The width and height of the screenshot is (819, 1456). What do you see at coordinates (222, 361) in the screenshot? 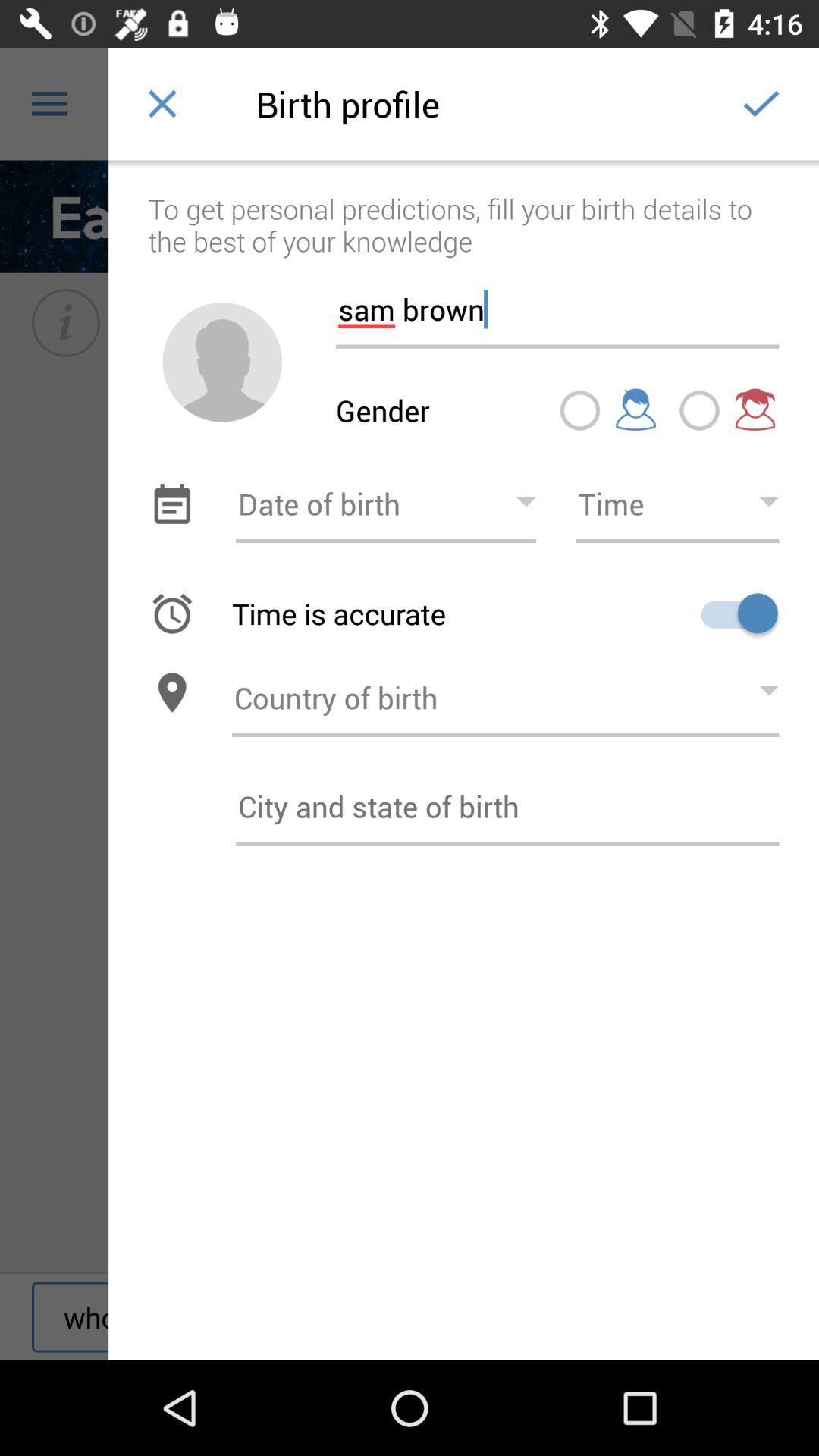
I see `item below the to get personal icon` at bounding box center [222, 361].